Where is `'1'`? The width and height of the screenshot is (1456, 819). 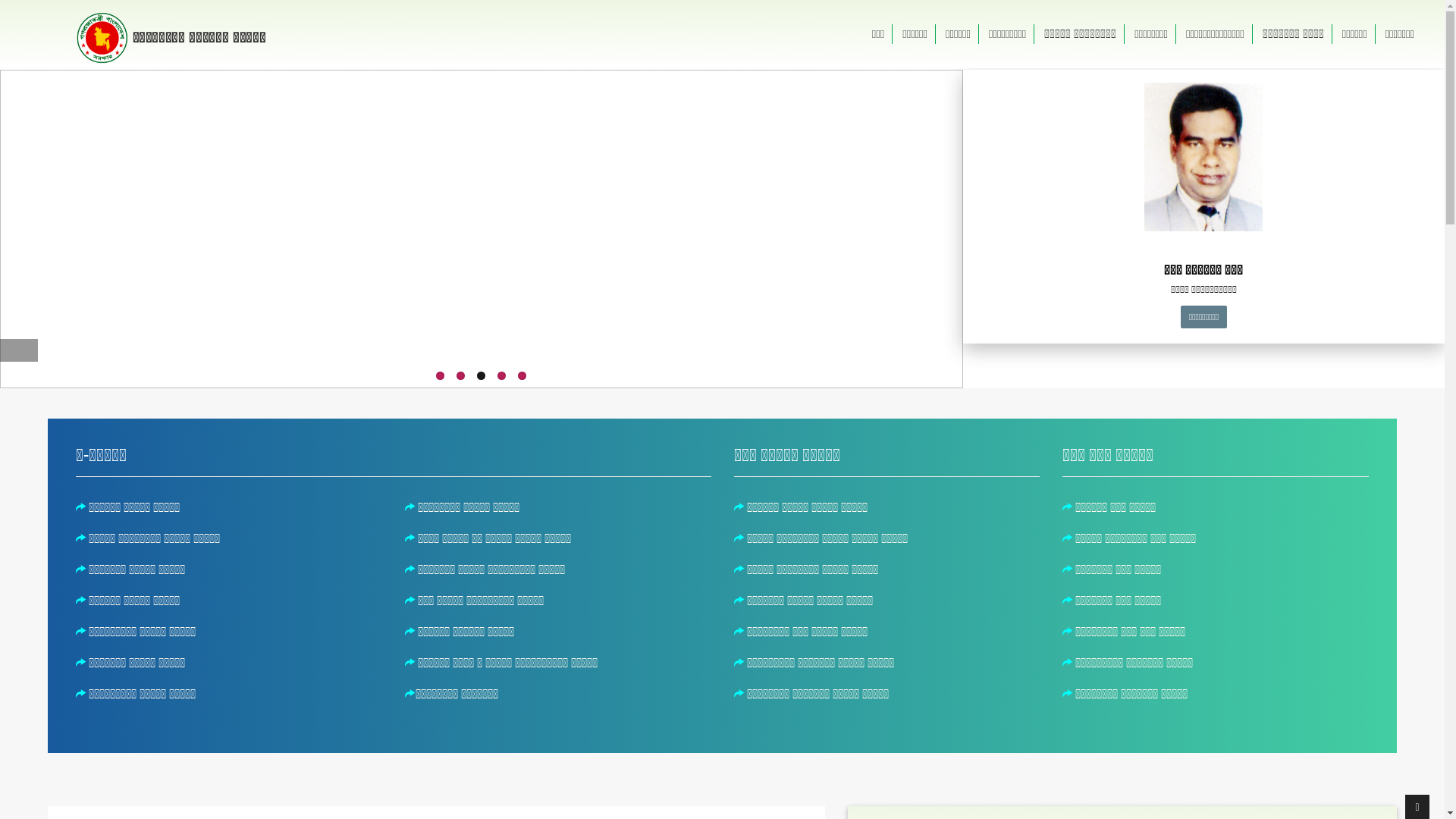 '1' is located at coordinates (439, 375).